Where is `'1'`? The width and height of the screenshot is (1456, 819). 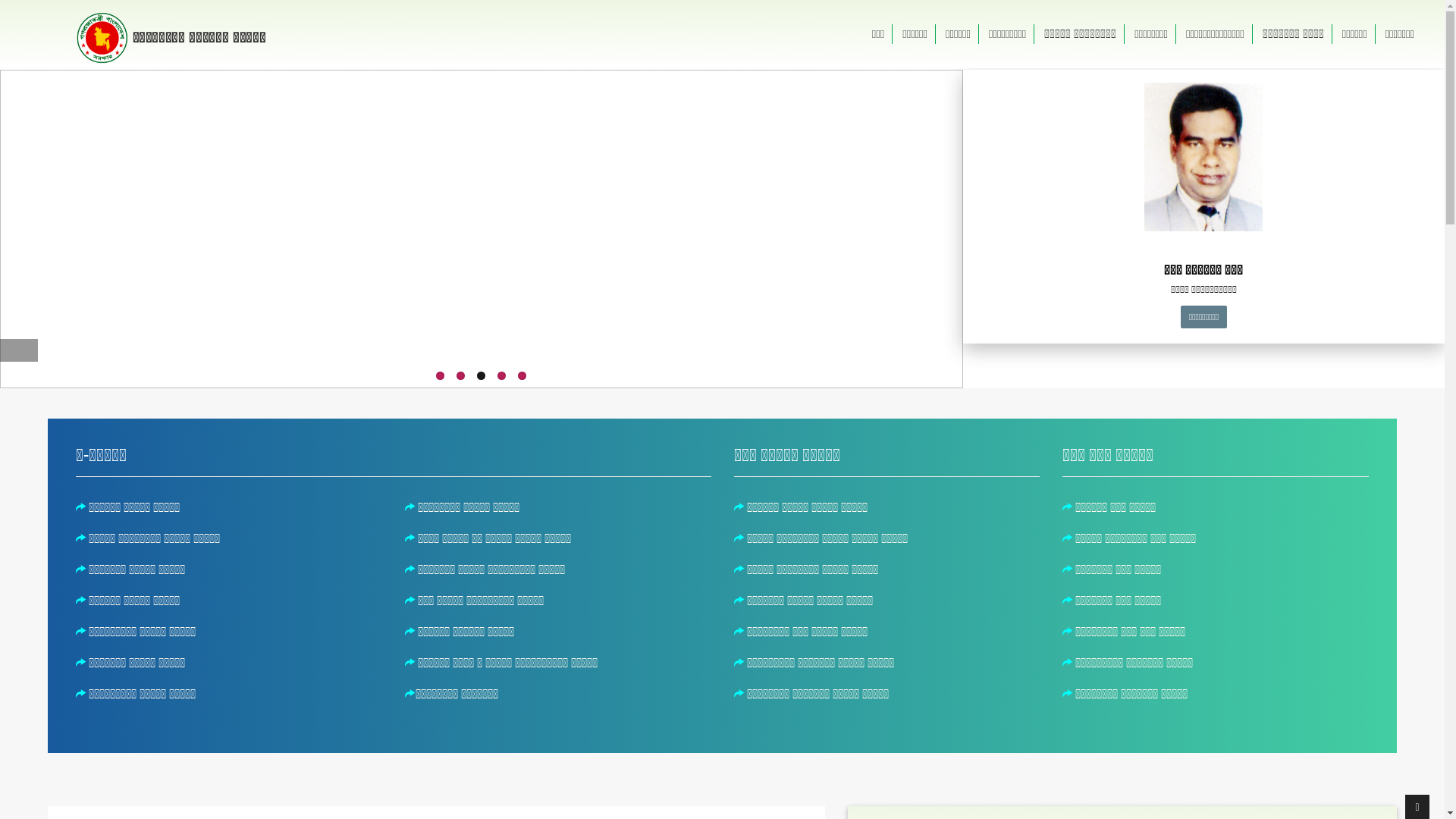 '1' is located at coordinates (439, 375).